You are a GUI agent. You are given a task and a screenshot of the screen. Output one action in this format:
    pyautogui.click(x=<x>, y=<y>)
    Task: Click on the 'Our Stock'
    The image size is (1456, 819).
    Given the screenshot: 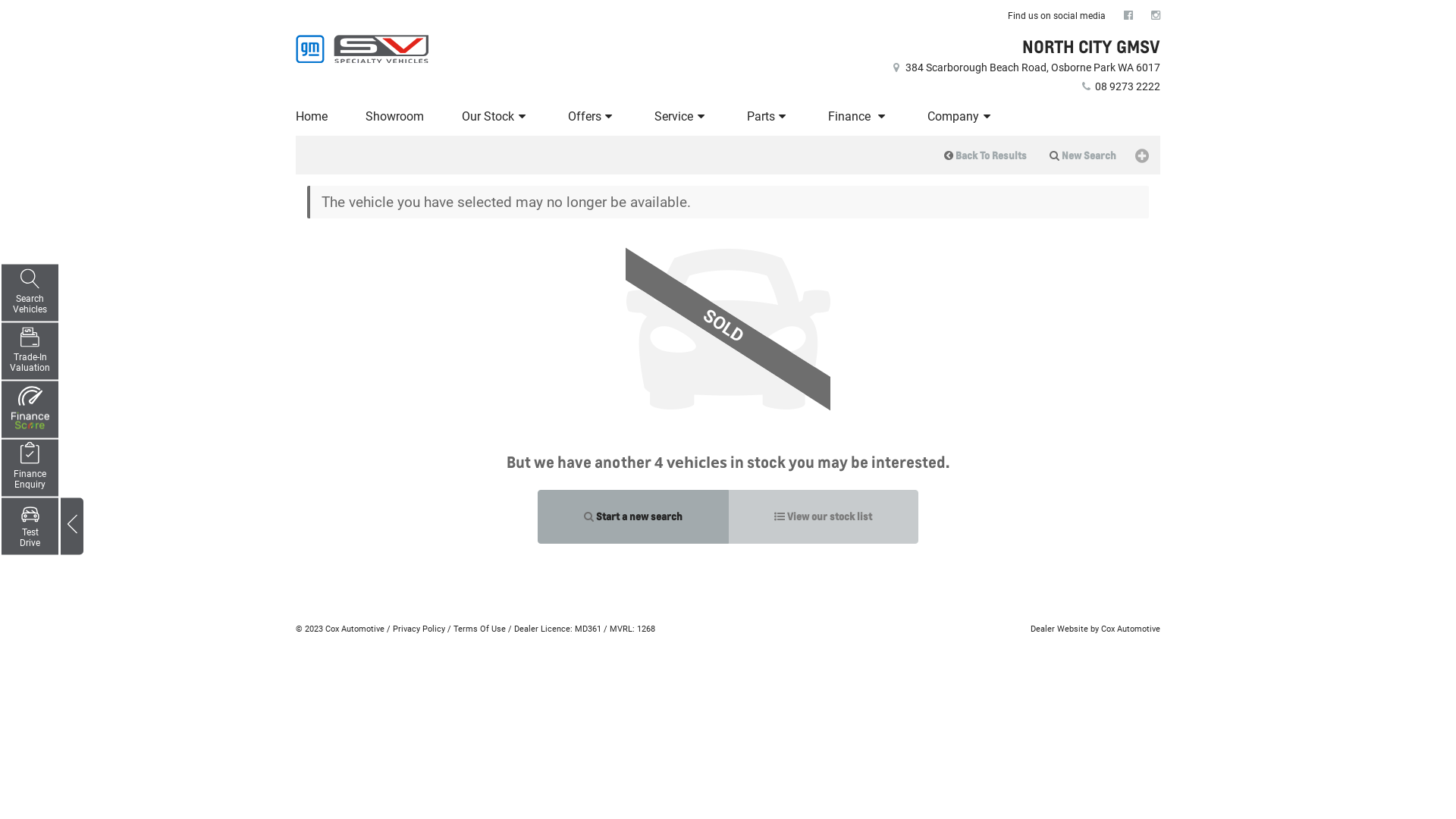 What is the action you would take?
    pyautogui.click(x=495, y=116)
    